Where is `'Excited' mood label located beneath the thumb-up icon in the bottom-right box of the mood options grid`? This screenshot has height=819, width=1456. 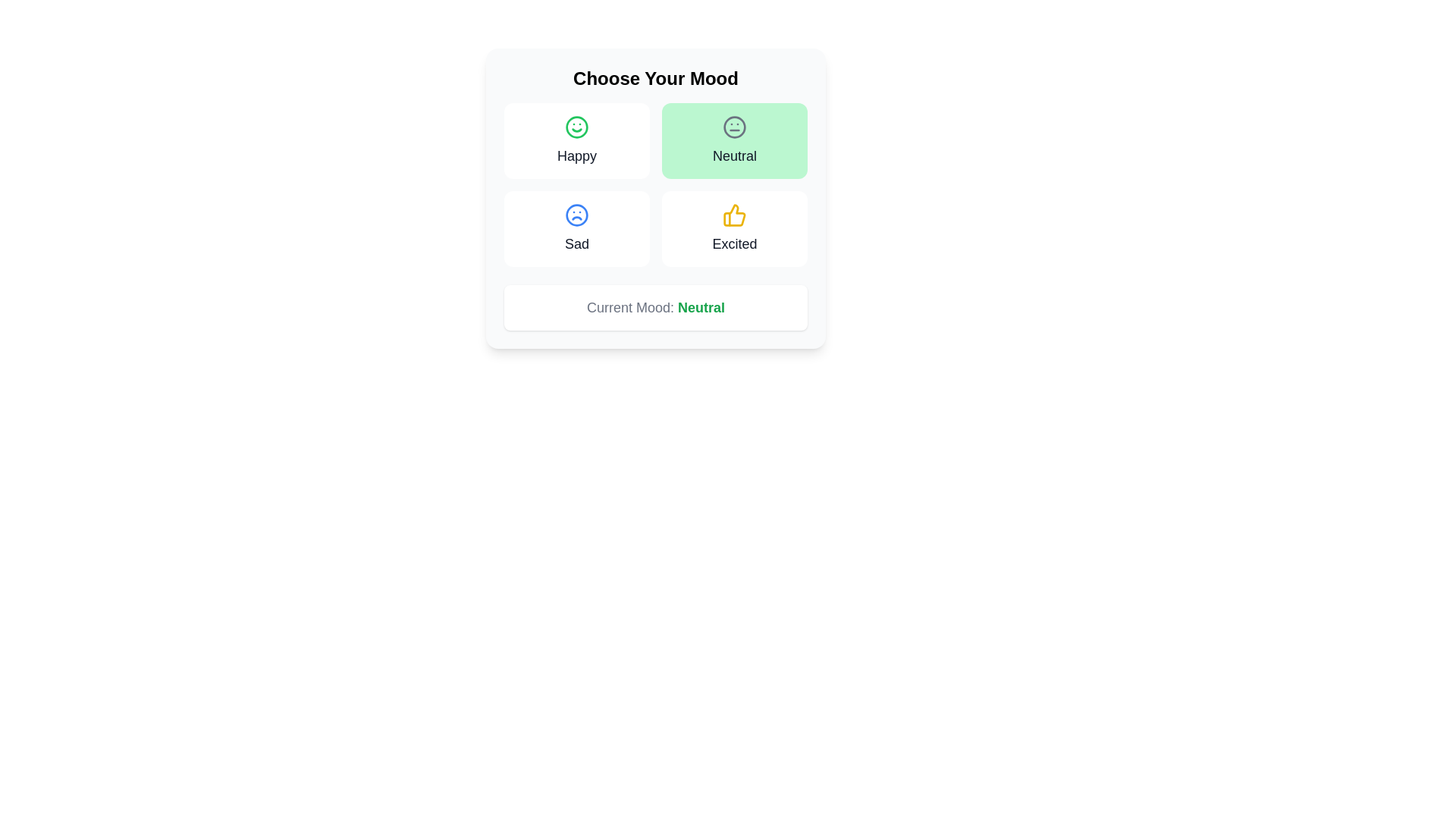 'Excited' mood label located beneath the thumb-up icon in the bottom-right box of the mood options grid is located at coordinates (735, 243).